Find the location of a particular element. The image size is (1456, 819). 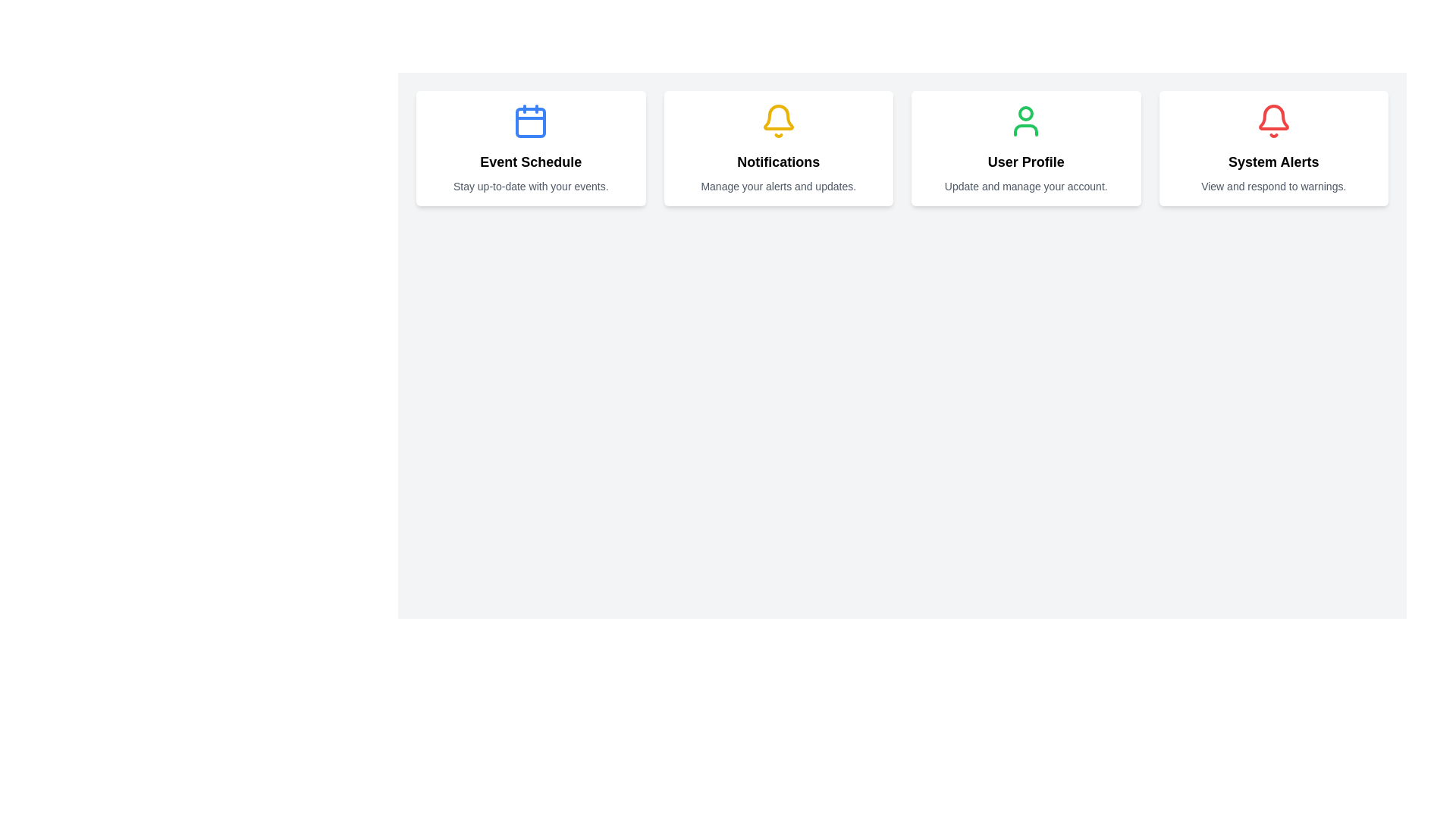

the text label that reads 'Update and manage your account.', which is styled in small grey font and positioned below the bold 'User Profile' label is located at coordinates (1026, 186).